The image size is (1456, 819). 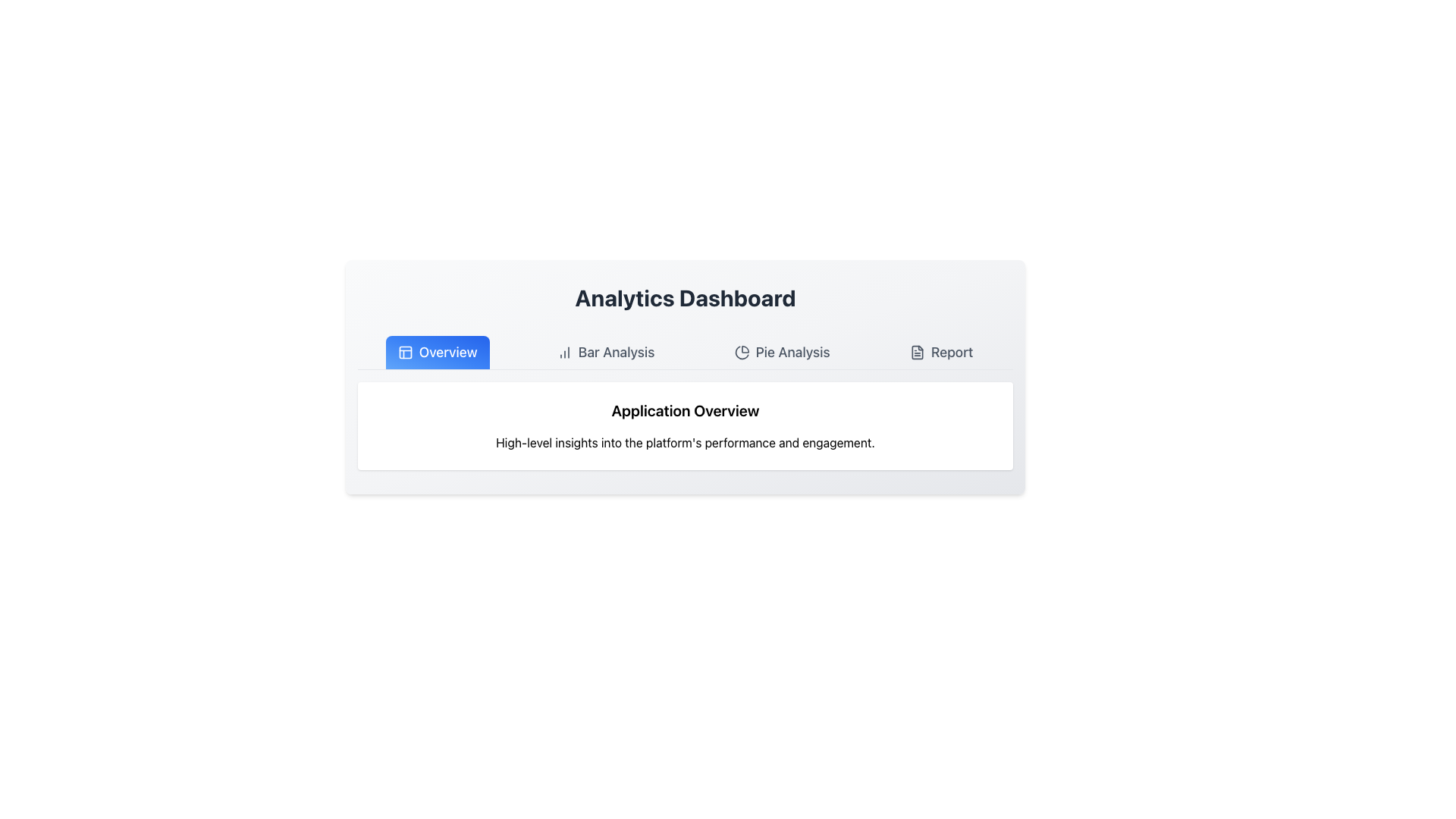 I want to click on text from the header indicating 'Analytics Dashboard', which is located at the top of the interface above the navigation options, so click(x=684, y=298).